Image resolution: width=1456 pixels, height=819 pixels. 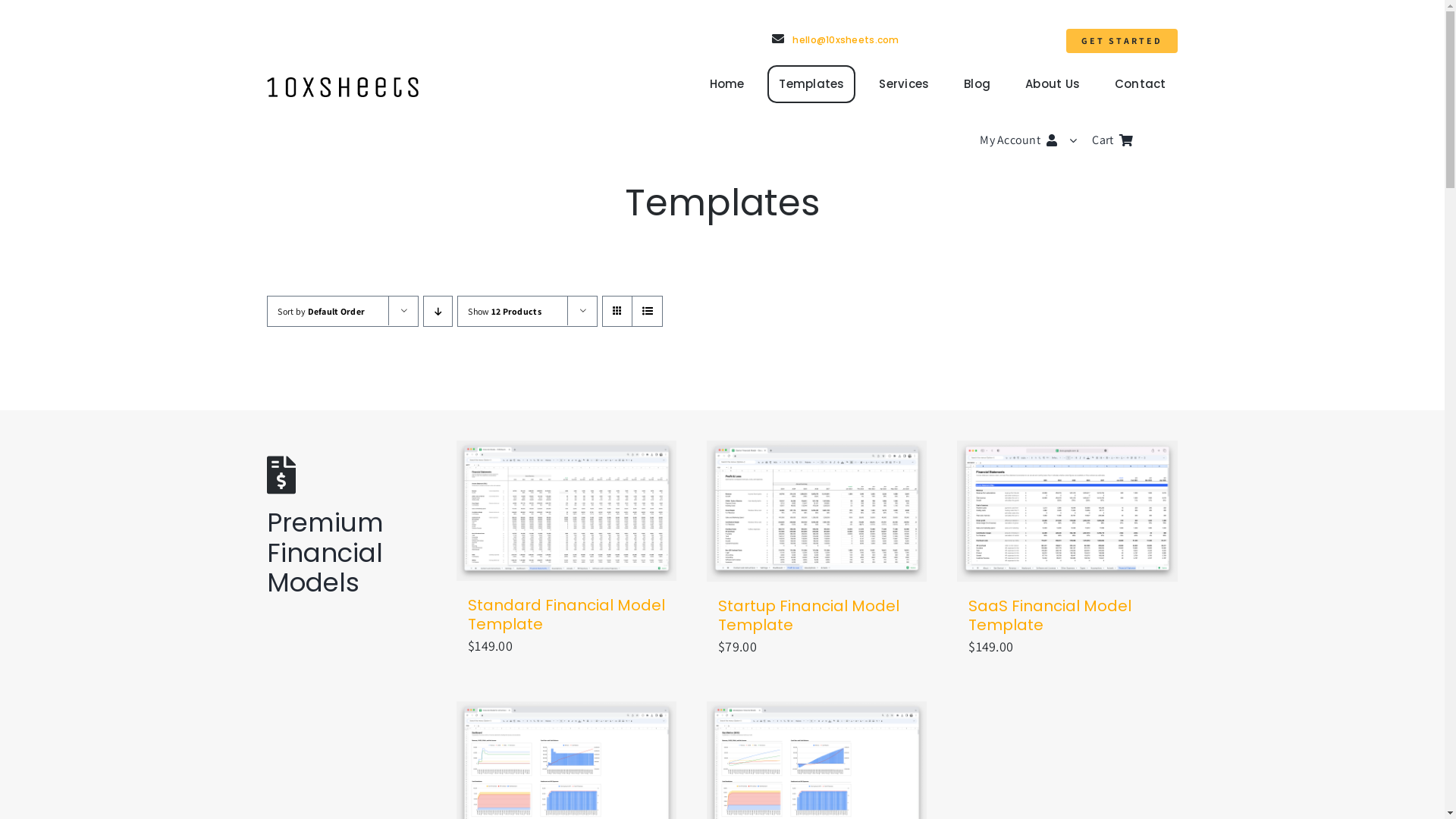 I want to click on 'SaaS Financial Model Template', so click(x=1049, y=615).